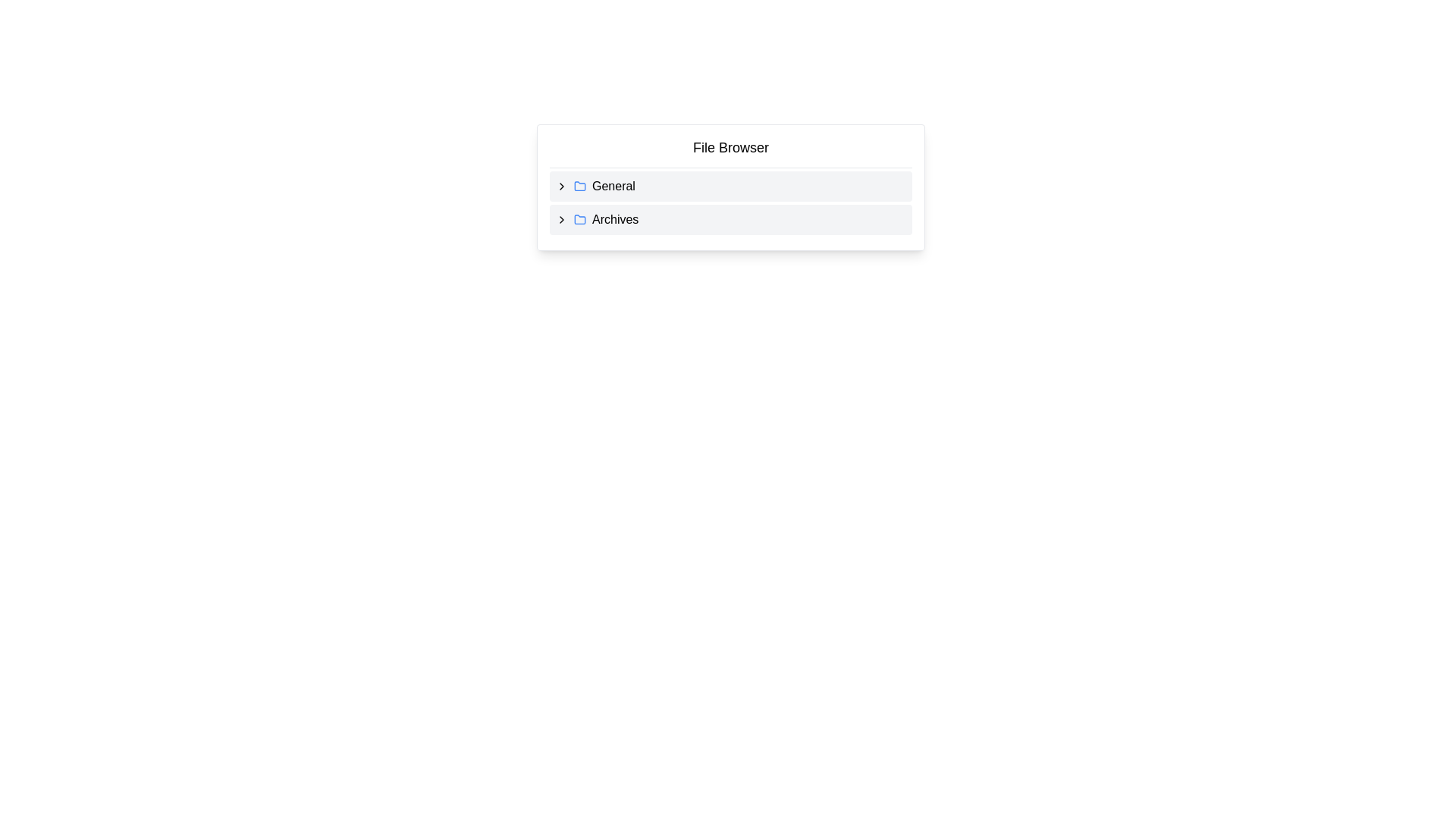  I want to click on the Chevron icon located to the left of the 'Archives' folder icon in the file browser interface, so click(560, 219).